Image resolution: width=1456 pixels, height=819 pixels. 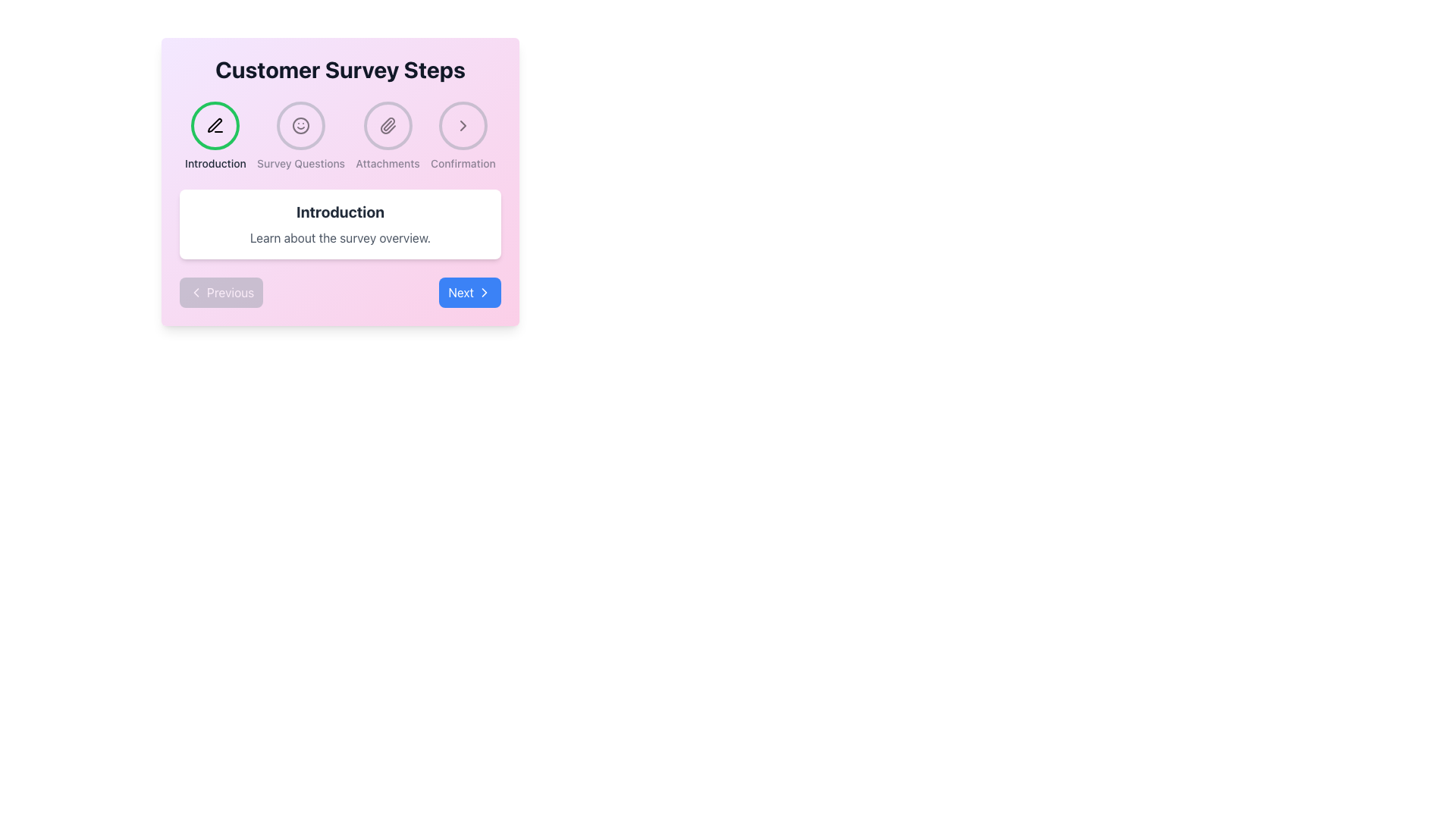 What do you see at coordinates (462, 124) in the screenshot?
I see `the chevron icon in the 'Confirmation' step of the 'Customer Survey Steps' interface, which is the rightmost circular item indicating progression` at bounding box center [462, 124].